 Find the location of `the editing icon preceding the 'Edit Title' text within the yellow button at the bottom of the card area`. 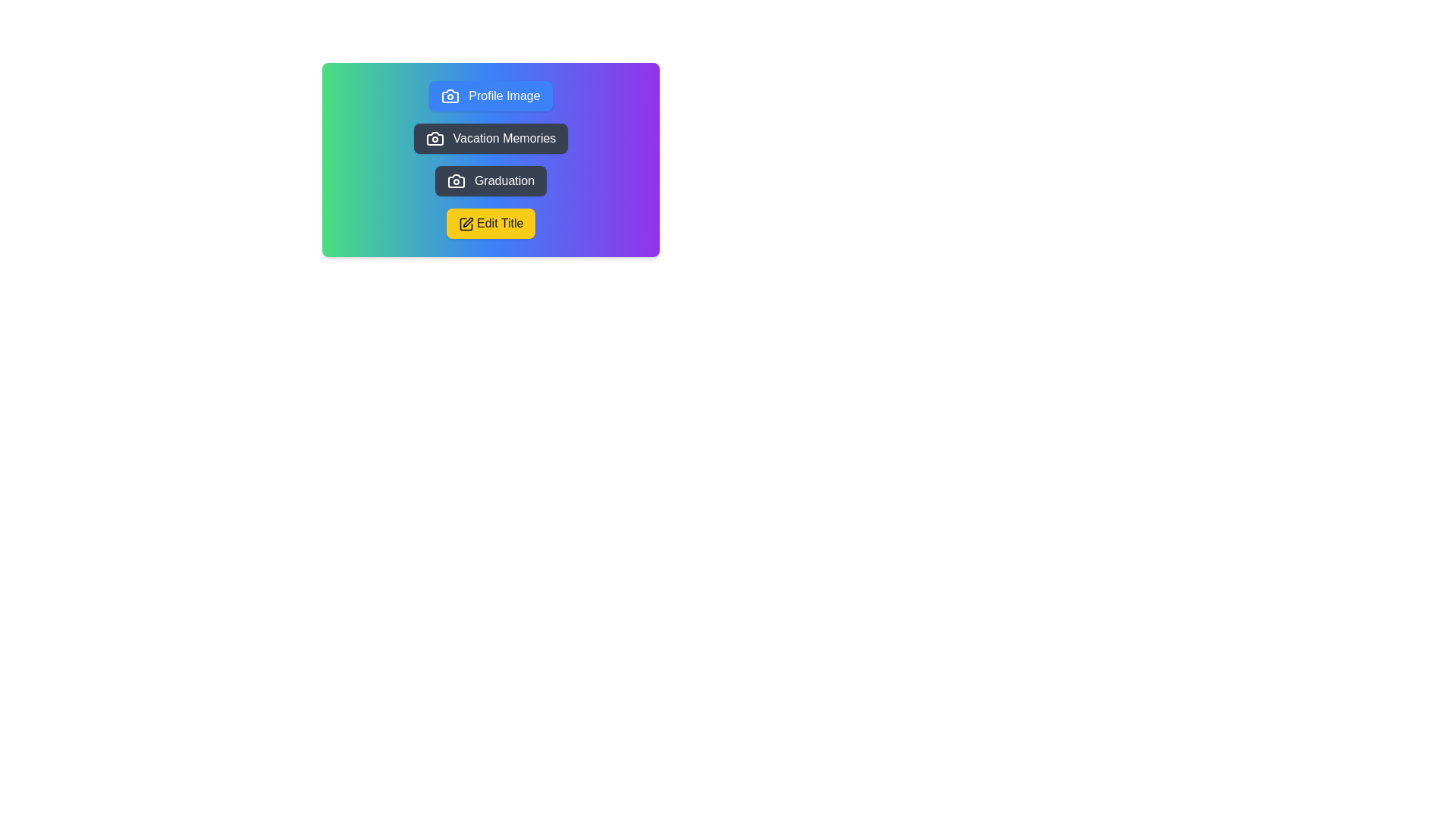

the editing icon preceding the 'Edit Title' text within the yellow button at the bottom of the card area is located at coordinates (465, 224).